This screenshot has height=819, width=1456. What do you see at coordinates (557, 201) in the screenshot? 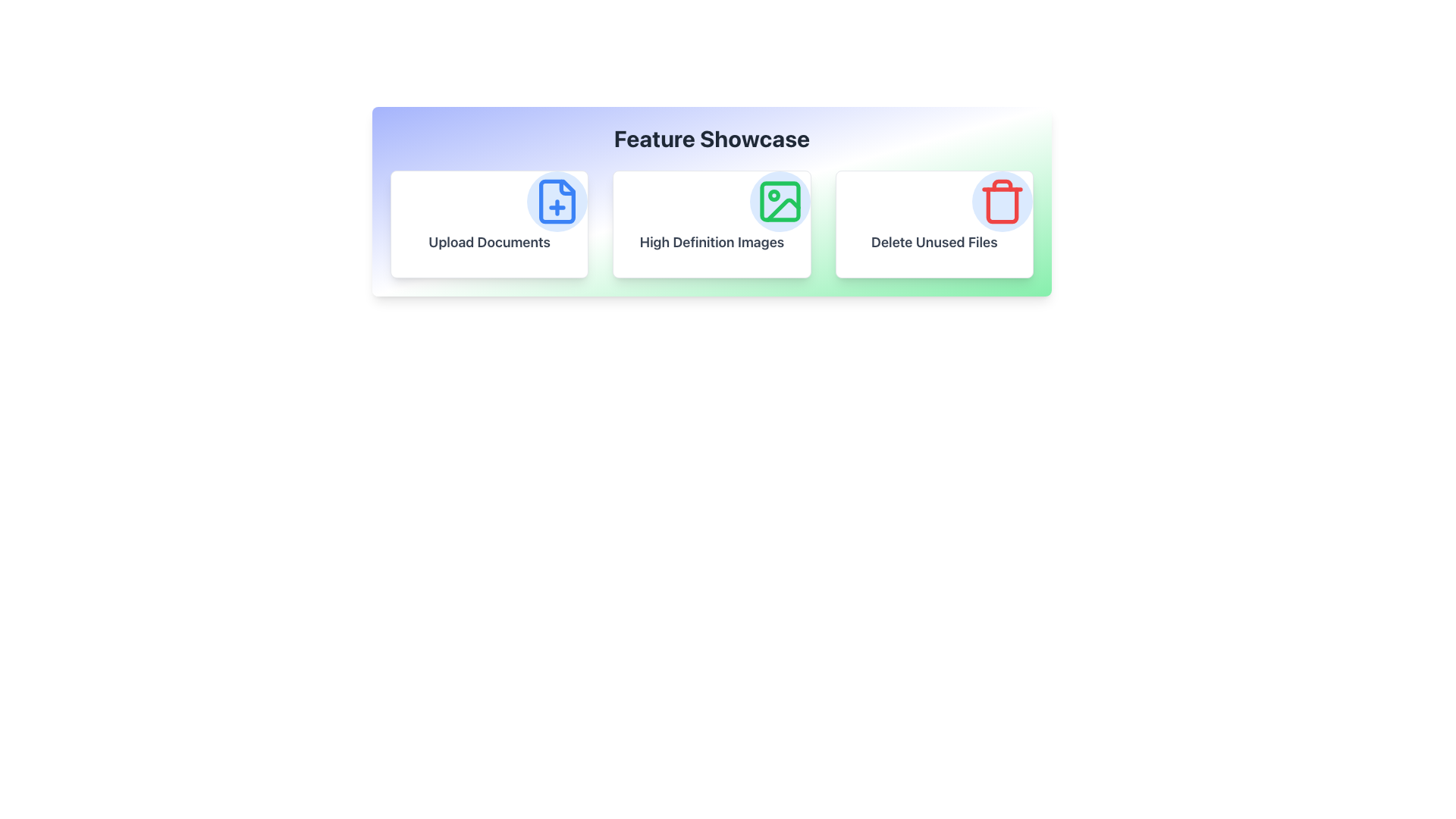
I see `the blue document icon with a plus sign located in the top-left segment of the 'Feature Showcase' section` at bounding box center [557, 201].